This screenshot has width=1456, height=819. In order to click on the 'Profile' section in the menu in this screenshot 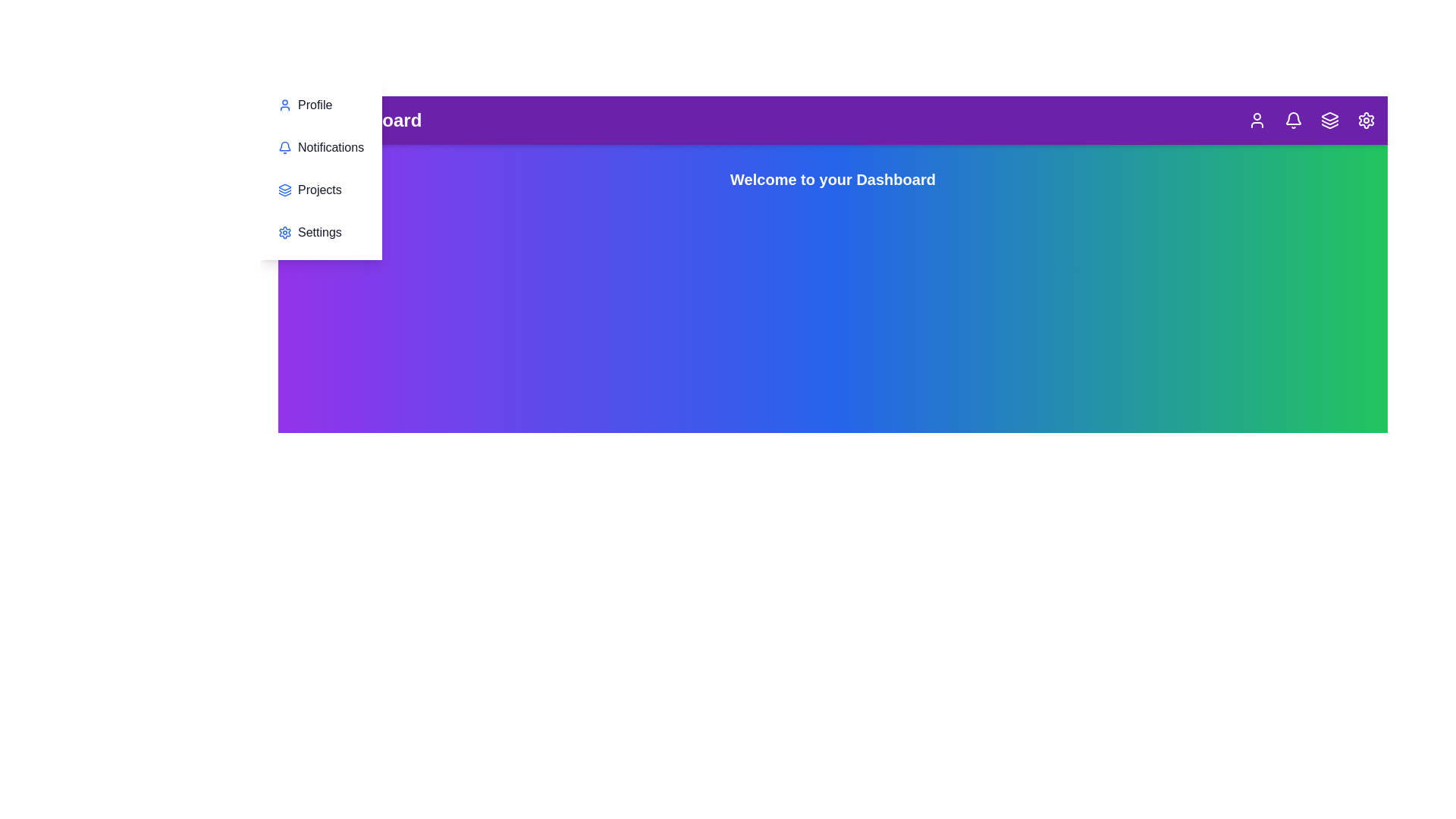, I will do `click(319, 104)`.